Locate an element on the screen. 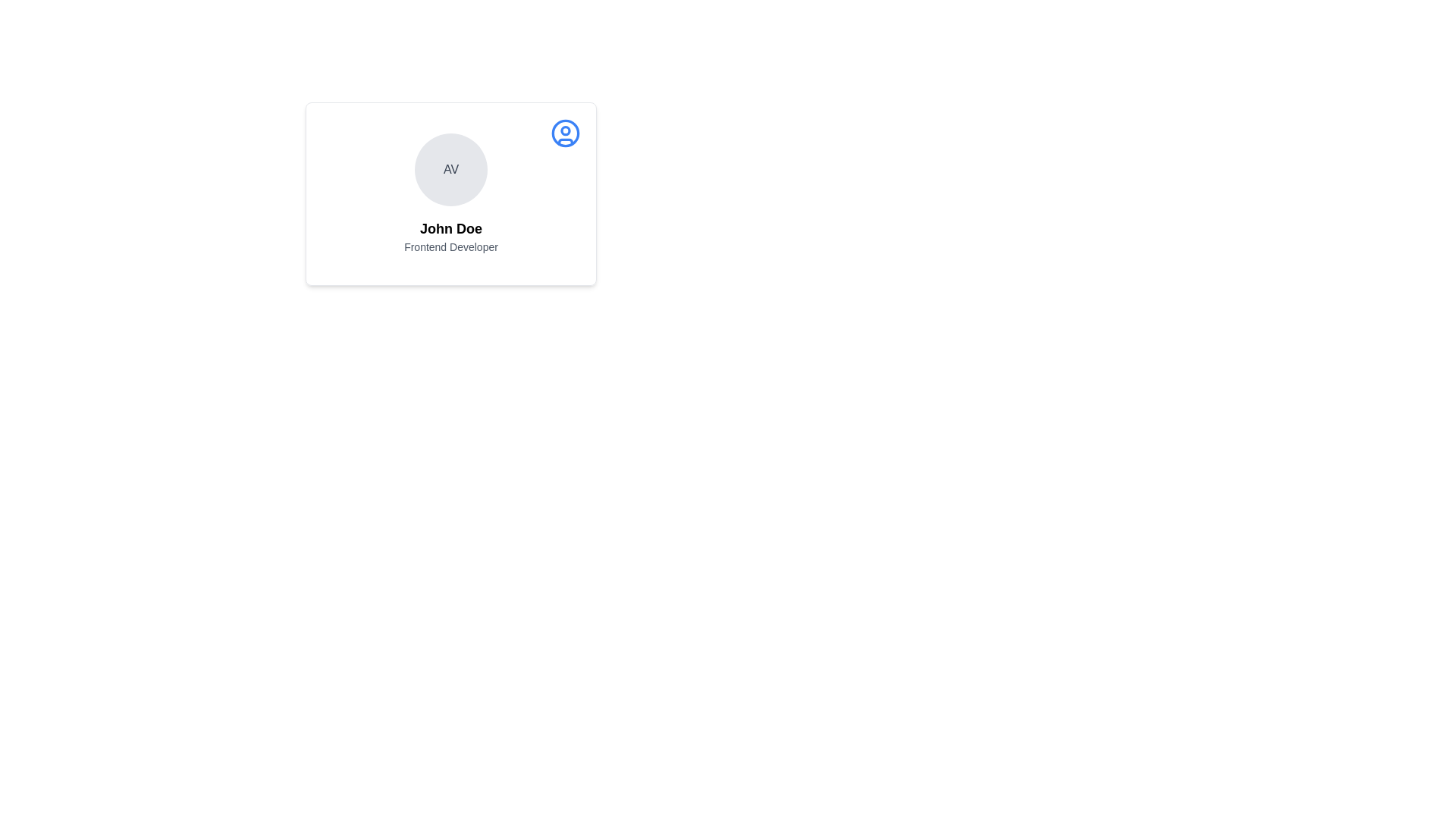 This screenshot has width=1456, height=819. SVG Circle element with a blue outline and white inner area located in the user profile icon near the upper-right corner of the card containing 'John Doe' and 'Frontend Developer' by using developer tools is located at coordinates (564, 133).